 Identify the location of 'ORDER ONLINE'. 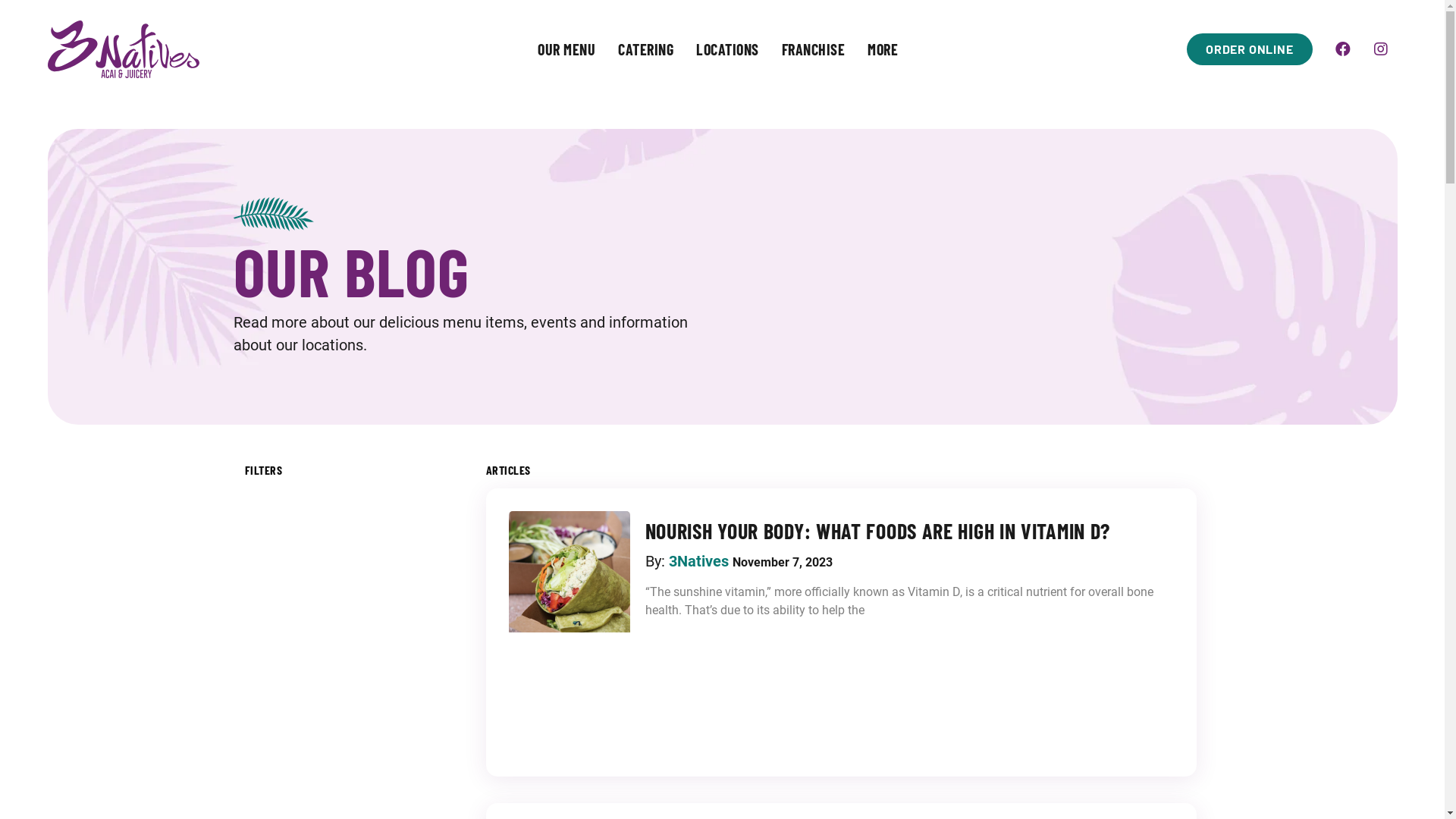
(1185, 49).